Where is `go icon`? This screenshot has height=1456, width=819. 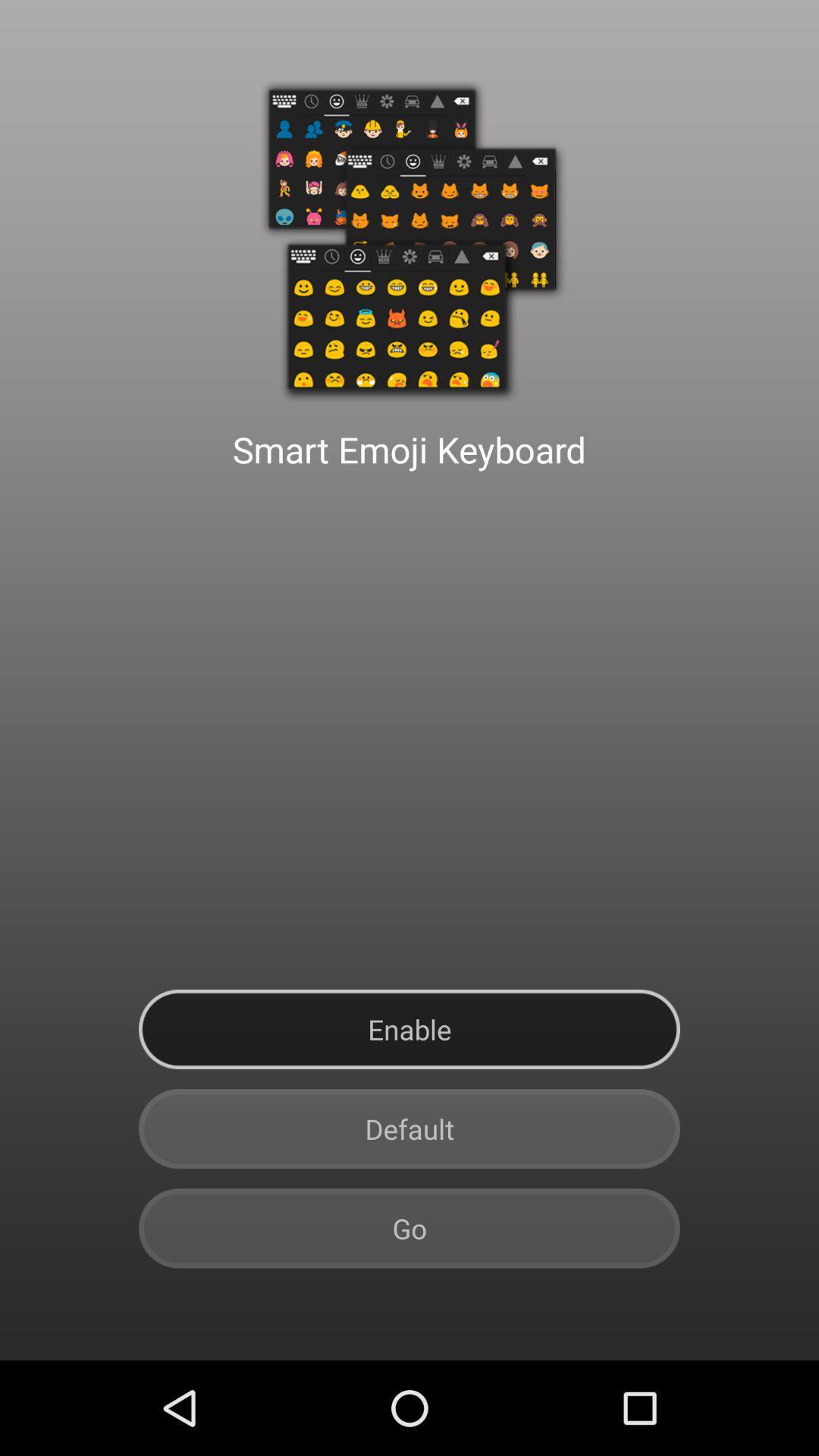
go icon is located at coordinates (409, 1228).